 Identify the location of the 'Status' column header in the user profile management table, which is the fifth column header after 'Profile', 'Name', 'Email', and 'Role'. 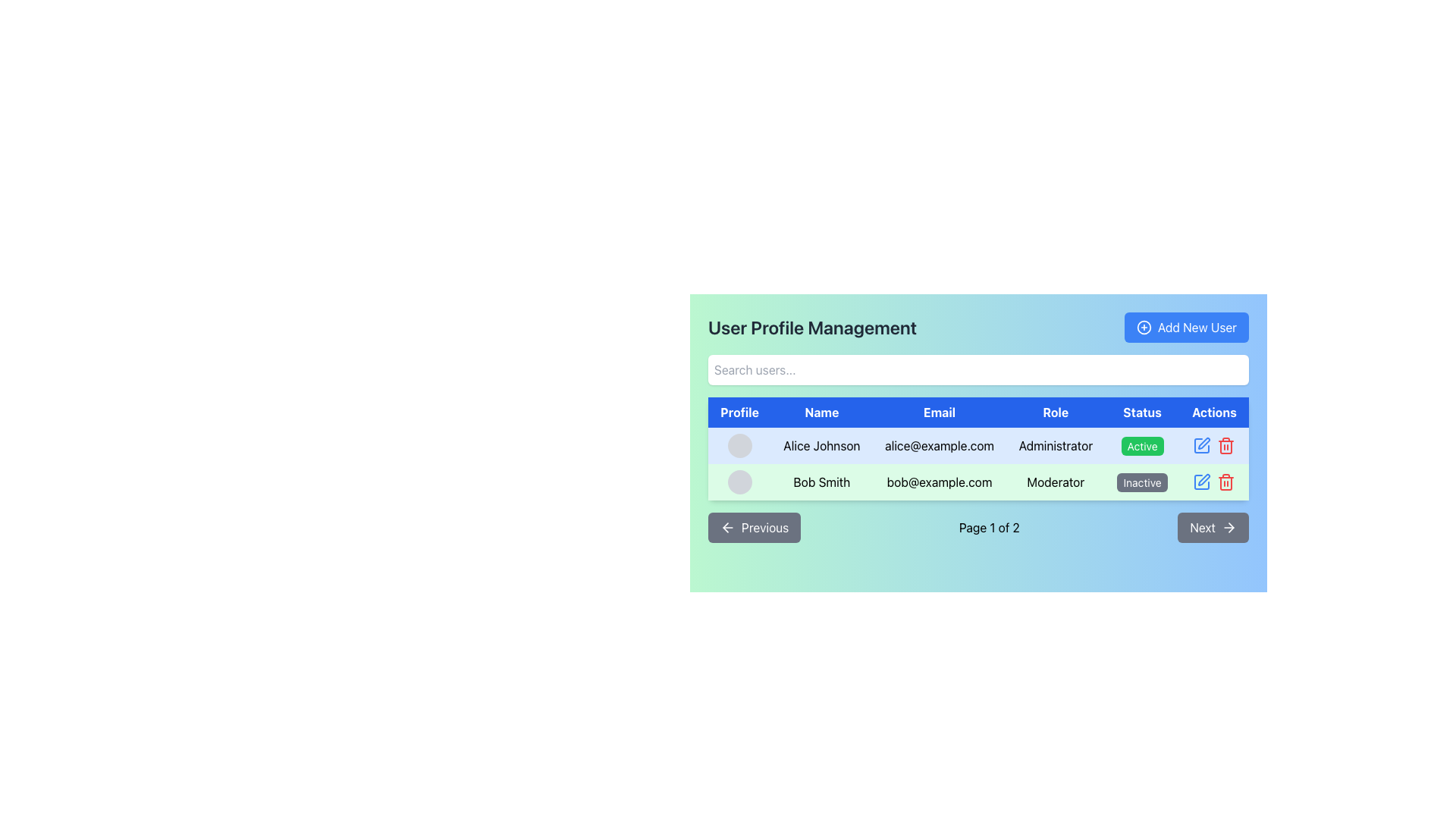
(1142, 412).